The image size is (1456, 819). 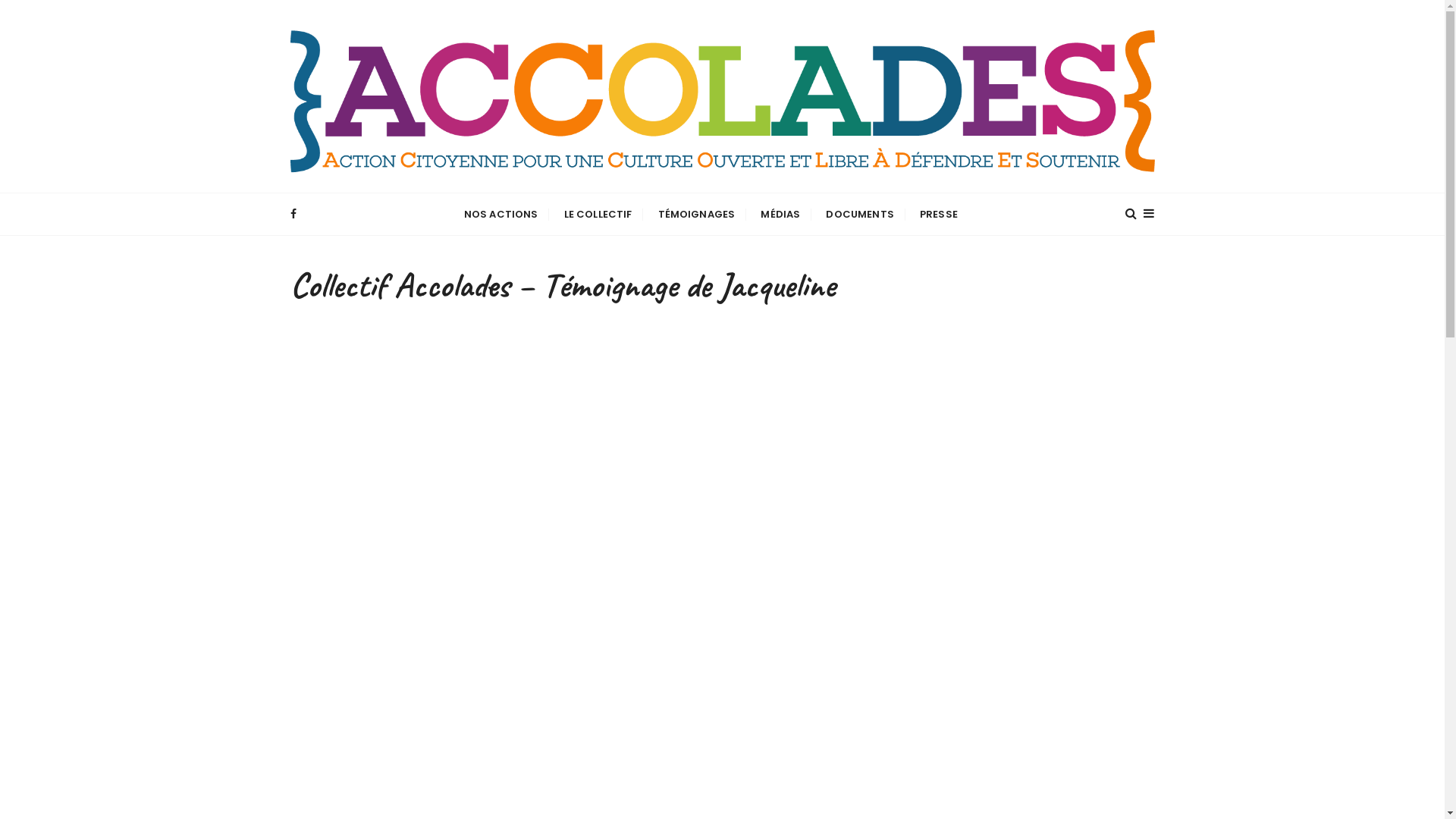 I want to click on 'DOCUMENTS', so click(x=859, y=213).